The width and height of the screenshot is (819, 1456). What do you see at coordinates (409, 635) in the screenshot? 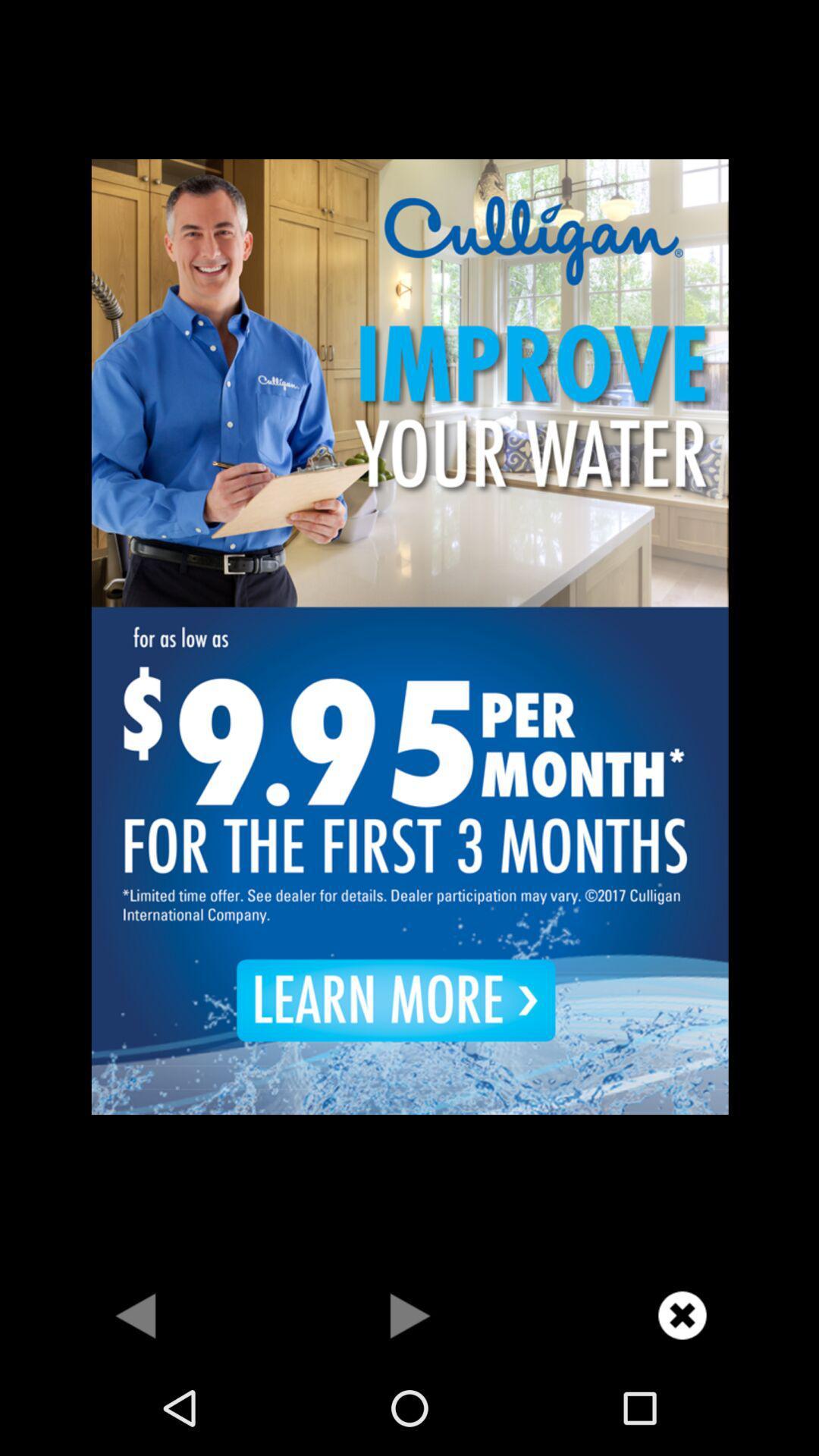
I see `advertisement page` at bounding box center [409, 635].